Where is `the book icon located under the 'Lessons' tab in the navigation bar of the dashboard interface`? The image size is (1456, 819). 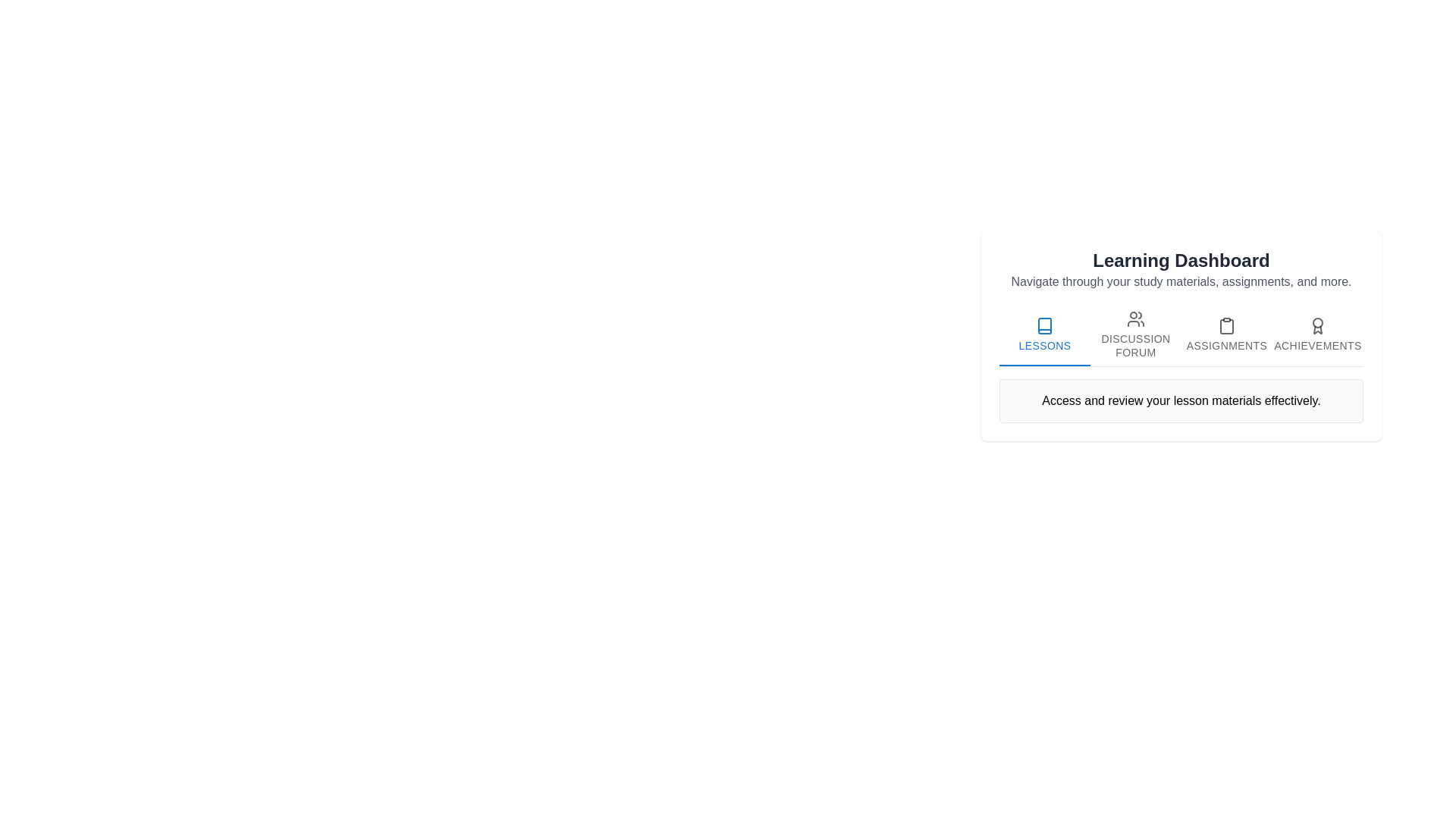 the book icon located under the 'Lessons' tab in the navigation bar of the dashboard interface is located at coordinates (1043, 324).